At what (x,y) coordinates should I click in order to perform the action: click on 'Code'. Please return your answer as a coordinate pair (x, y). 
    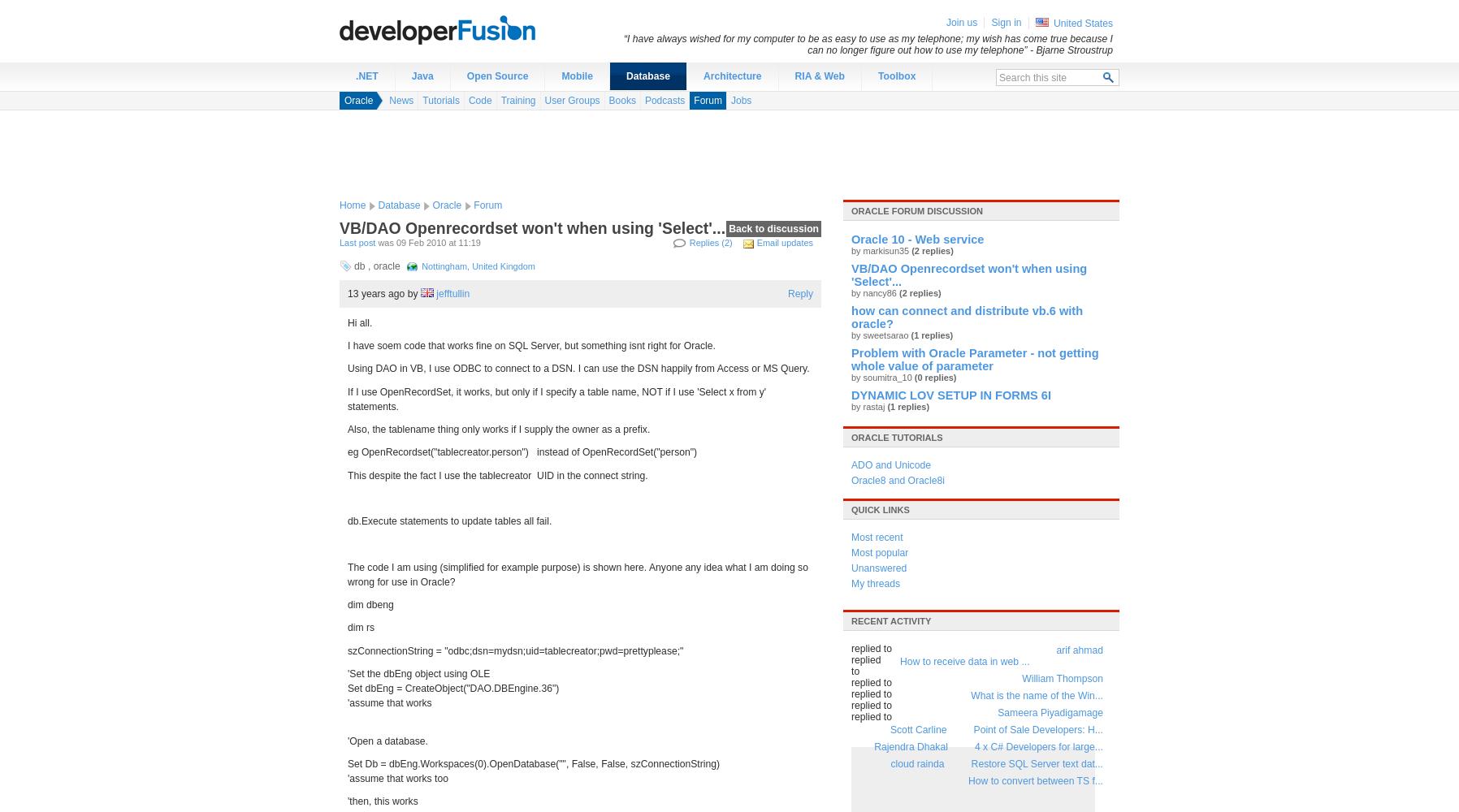
    Looking at the image, I should click on (478, 100).